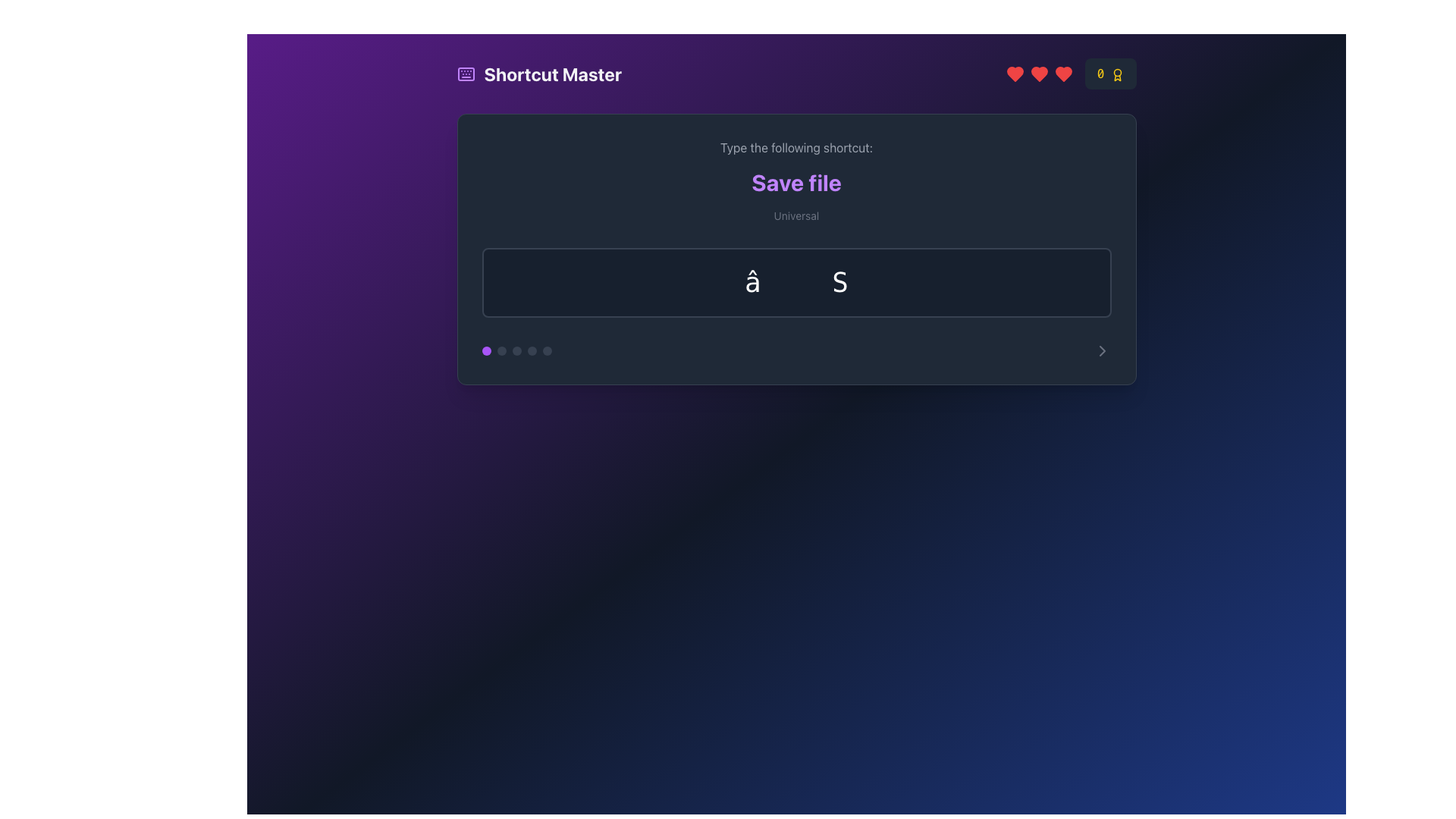 This screenshot has width=1456, height=819. Describe the element at coordinates (1015, 74) in the screenshot. I see `the first heart-shaped SVG icon located at the top-right corner of the interface` at that location.